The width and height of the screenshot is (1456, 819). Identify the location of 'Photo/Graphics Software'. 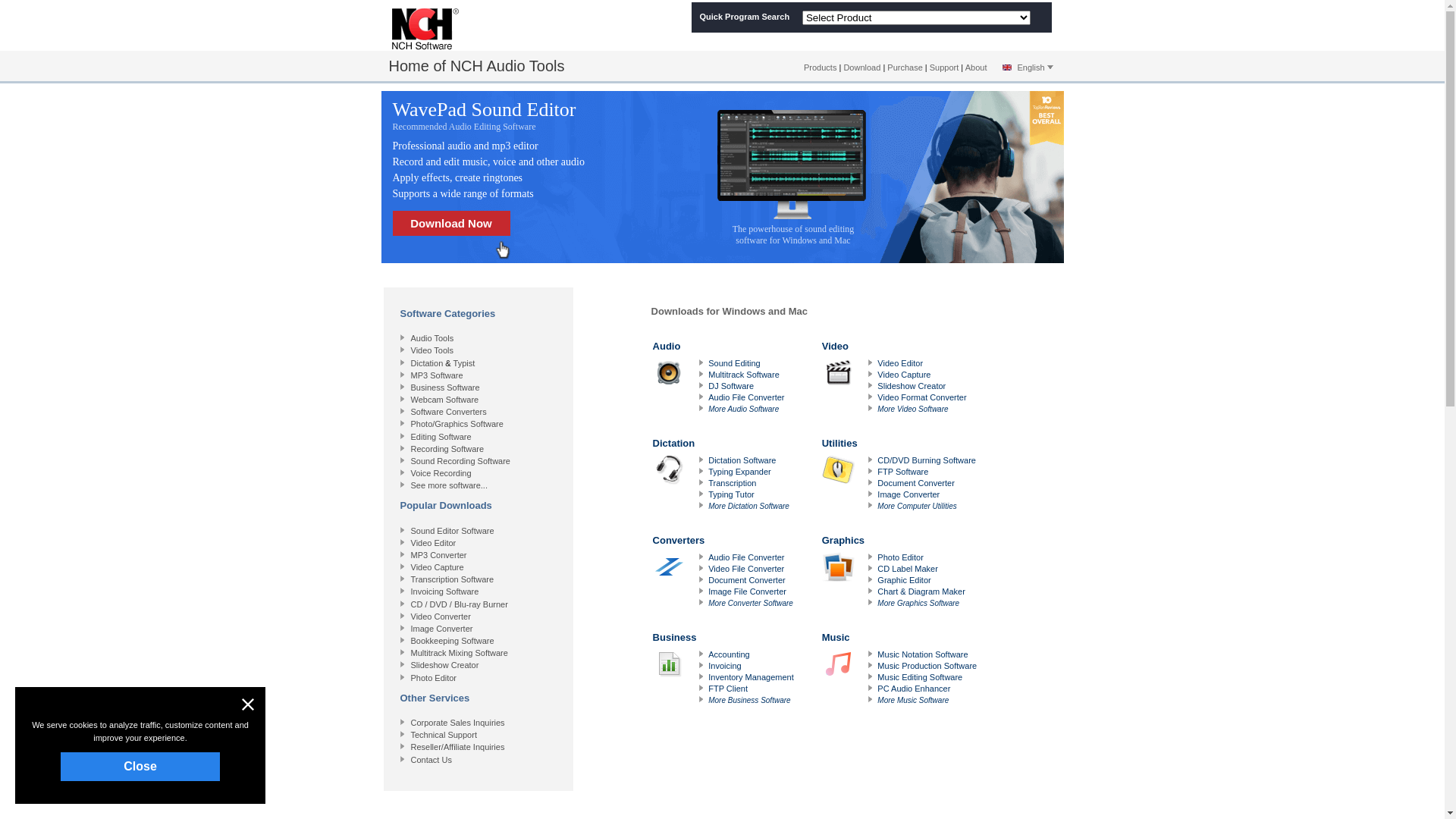
(457, 424).